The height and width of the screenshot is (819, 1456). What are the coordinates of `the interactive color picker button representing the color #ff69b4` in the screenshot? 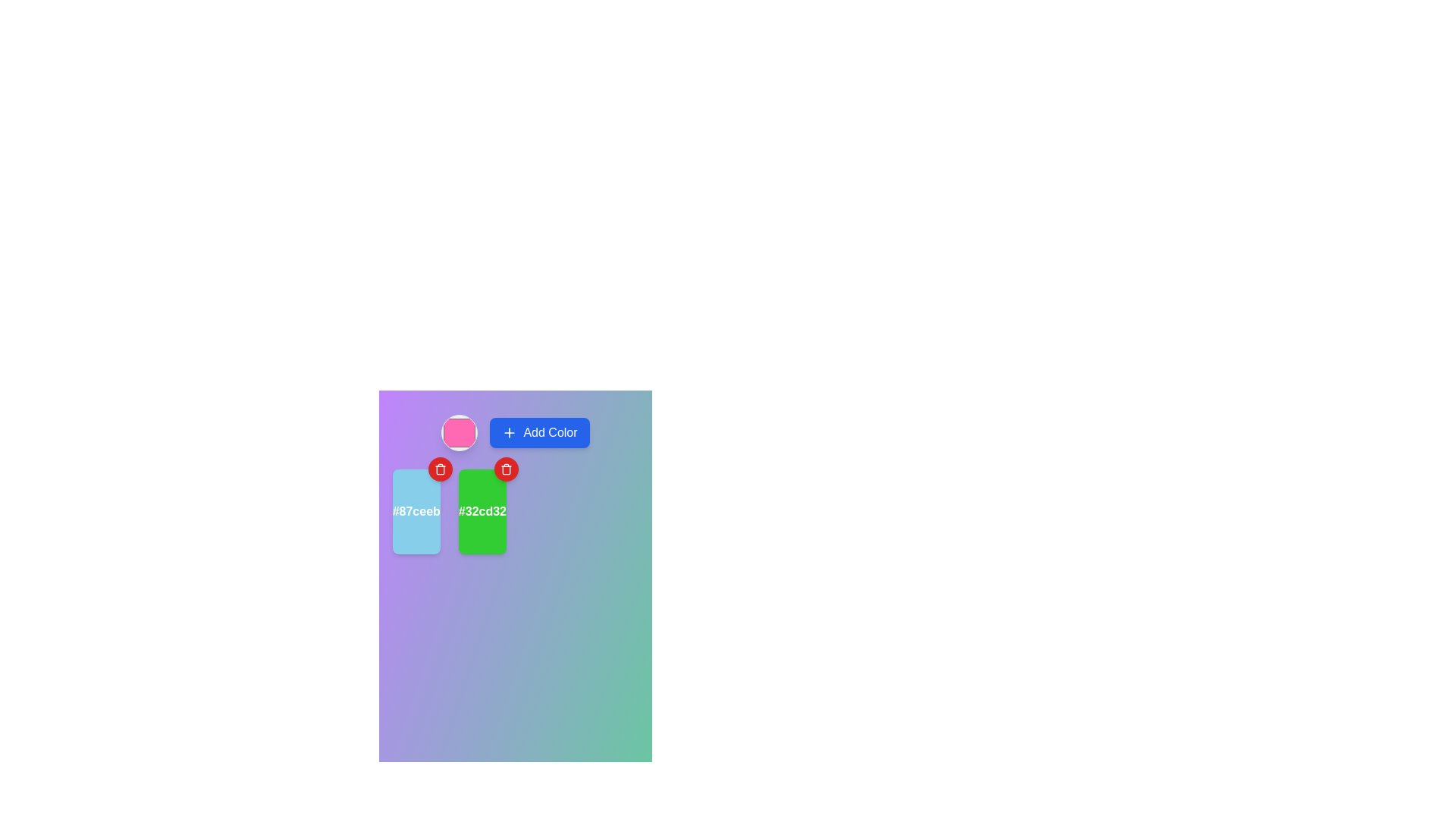 It's located at (459, 432).